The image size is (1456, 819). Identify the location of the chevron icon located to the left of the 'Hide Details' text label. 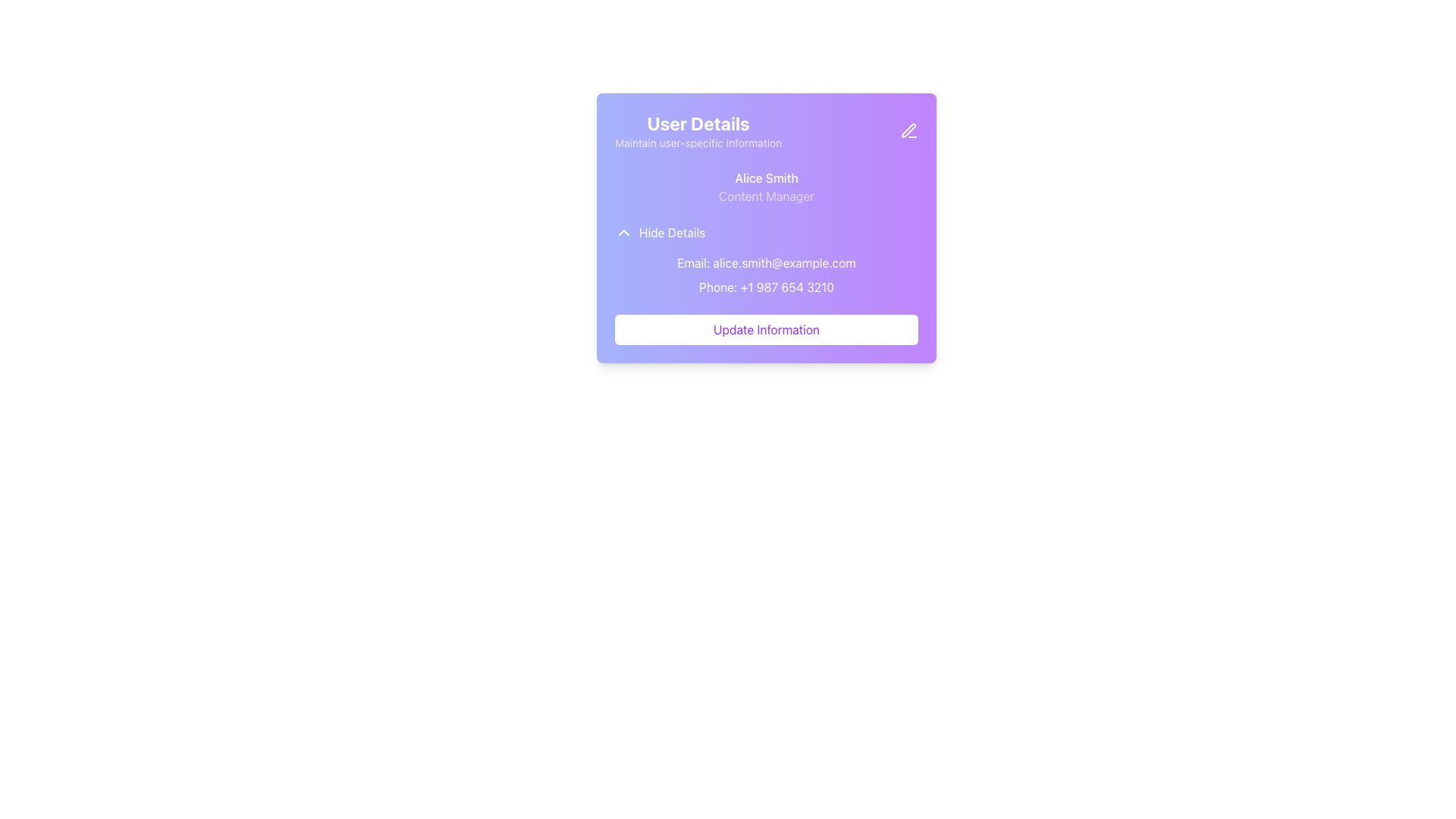
(623, 233).